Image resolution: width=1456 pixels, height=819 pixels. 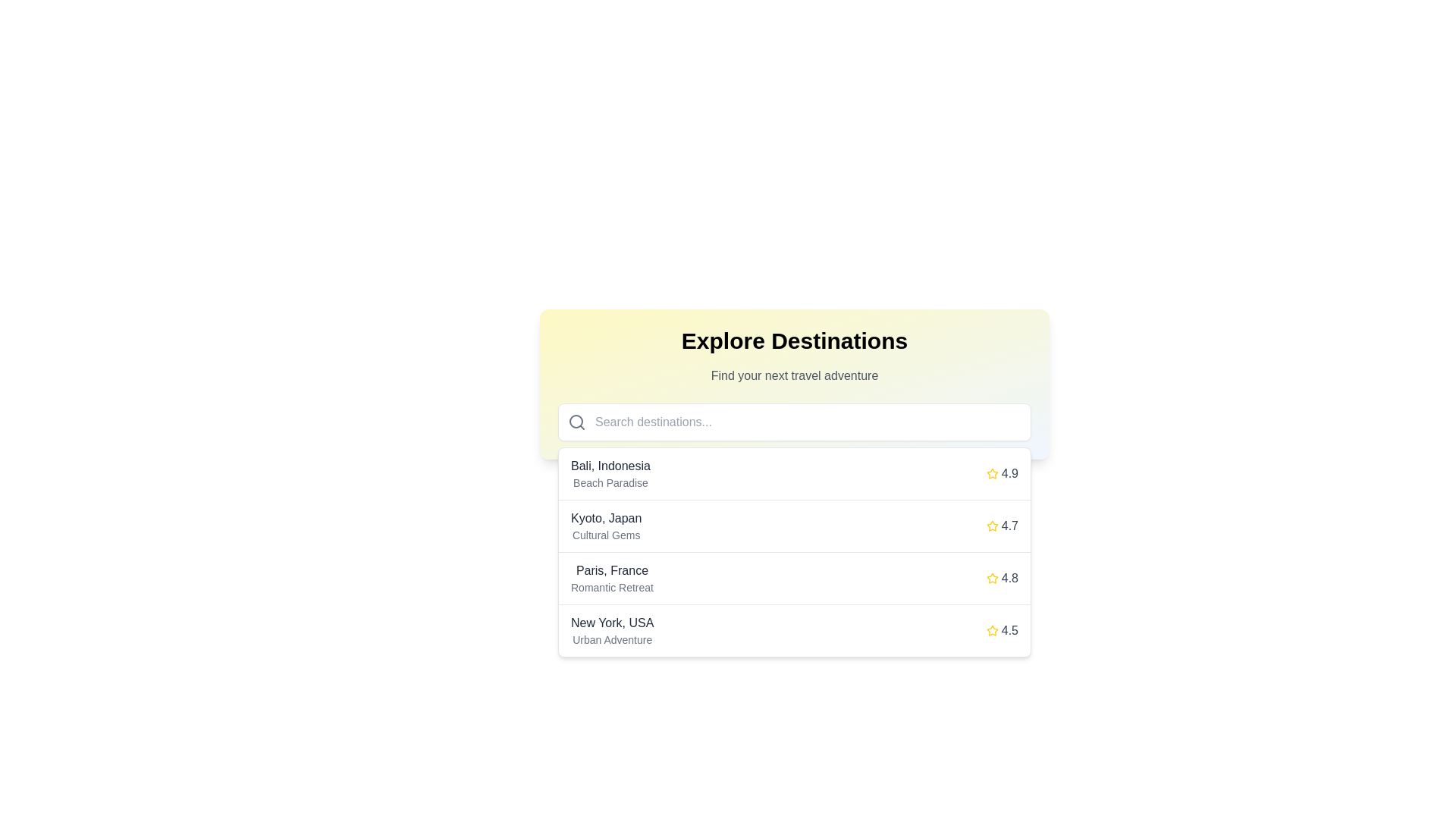 I want to click on the text label displaying 'Paris, France' which is styled in gray and positioned in the third row of the list of destinations, so click(x=612, y=570).